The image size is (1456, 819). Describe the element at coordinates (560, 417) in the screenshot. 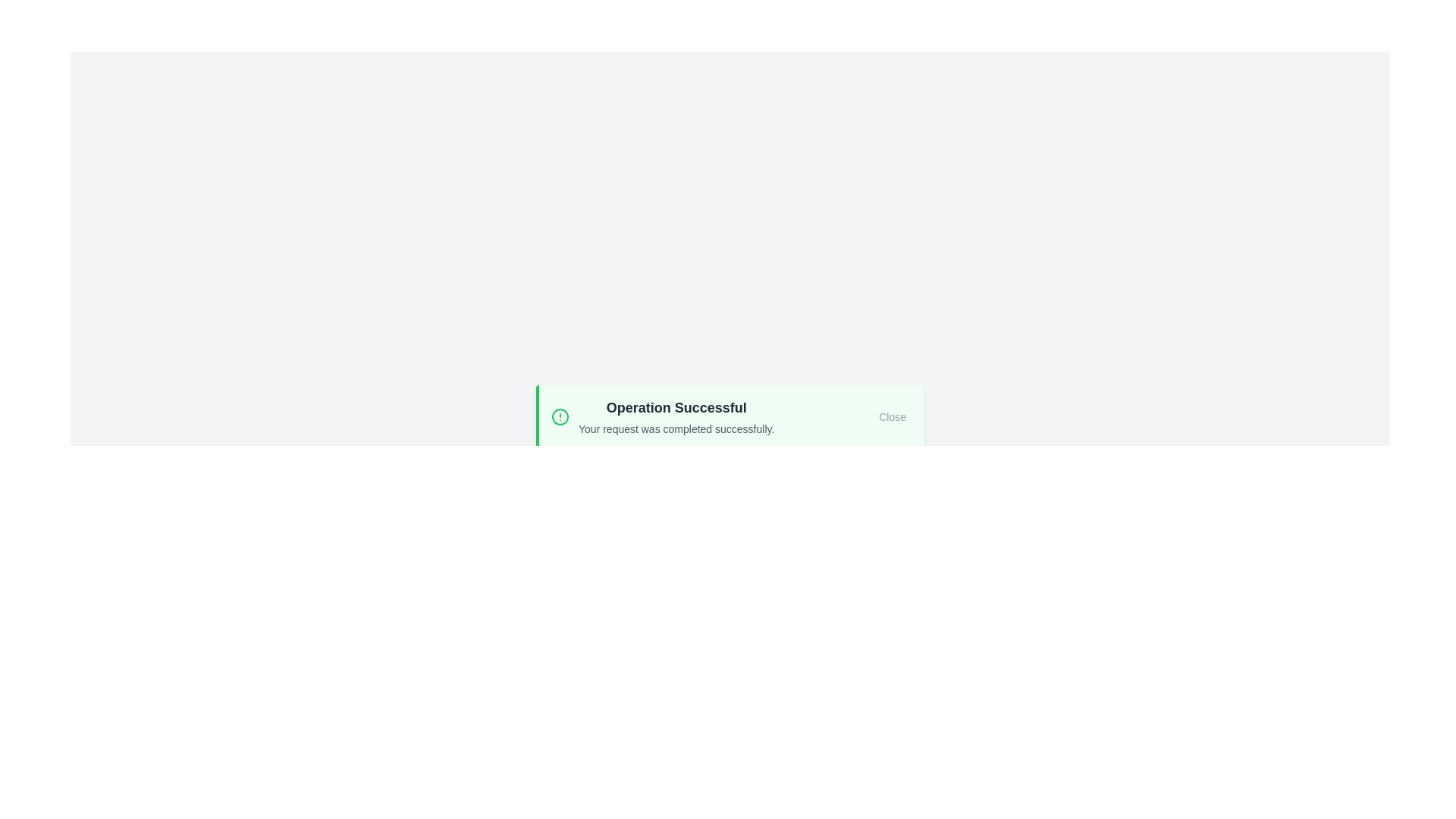

I see `the alert icon to inspect it` at that location.